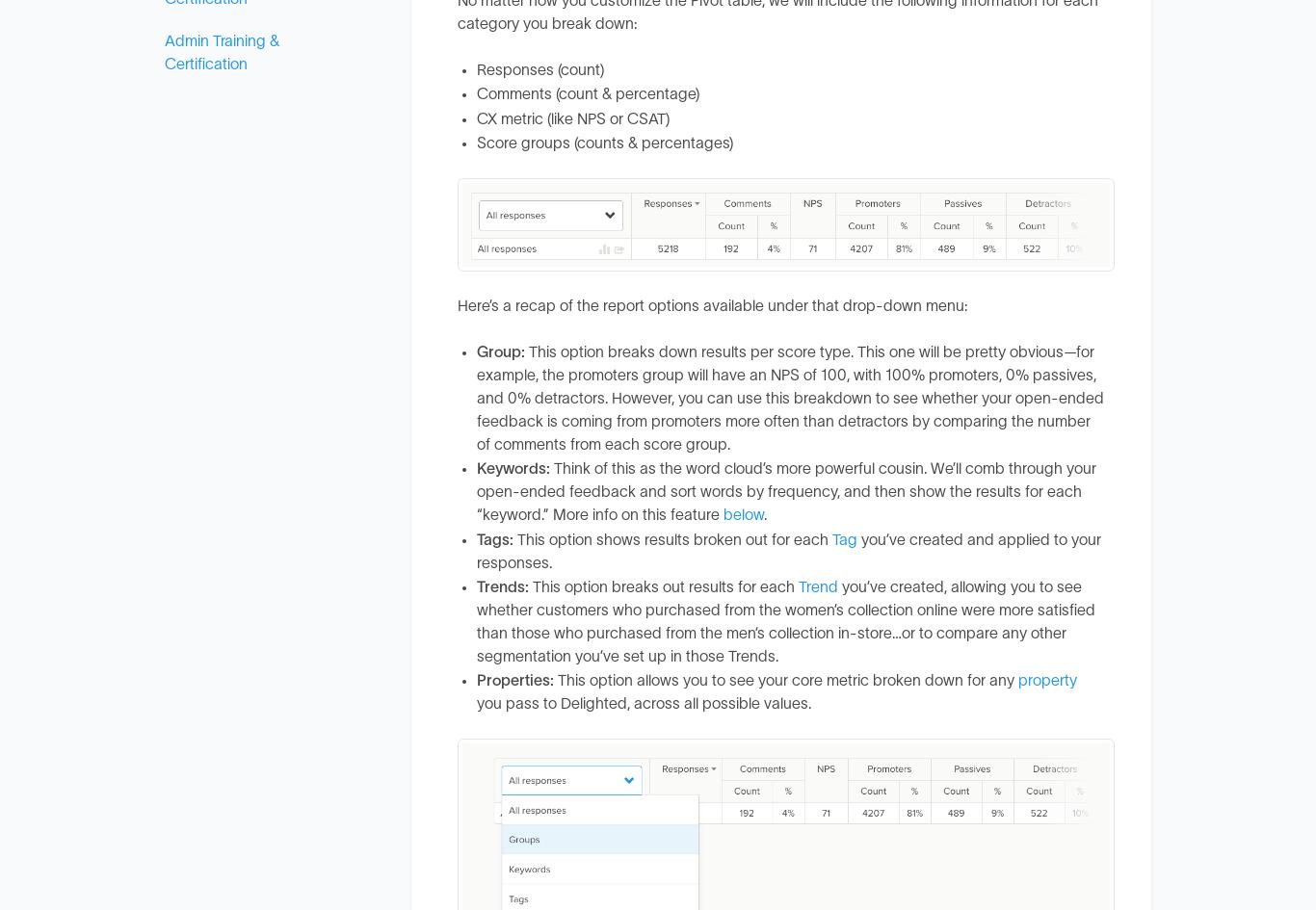 Image resolution: width=1316 pixels, height=910 pixels. Describe the element at coordinates (643, 703) in the screenshot. I see `'you pass to Delighted, across all possible values.'` at that location.